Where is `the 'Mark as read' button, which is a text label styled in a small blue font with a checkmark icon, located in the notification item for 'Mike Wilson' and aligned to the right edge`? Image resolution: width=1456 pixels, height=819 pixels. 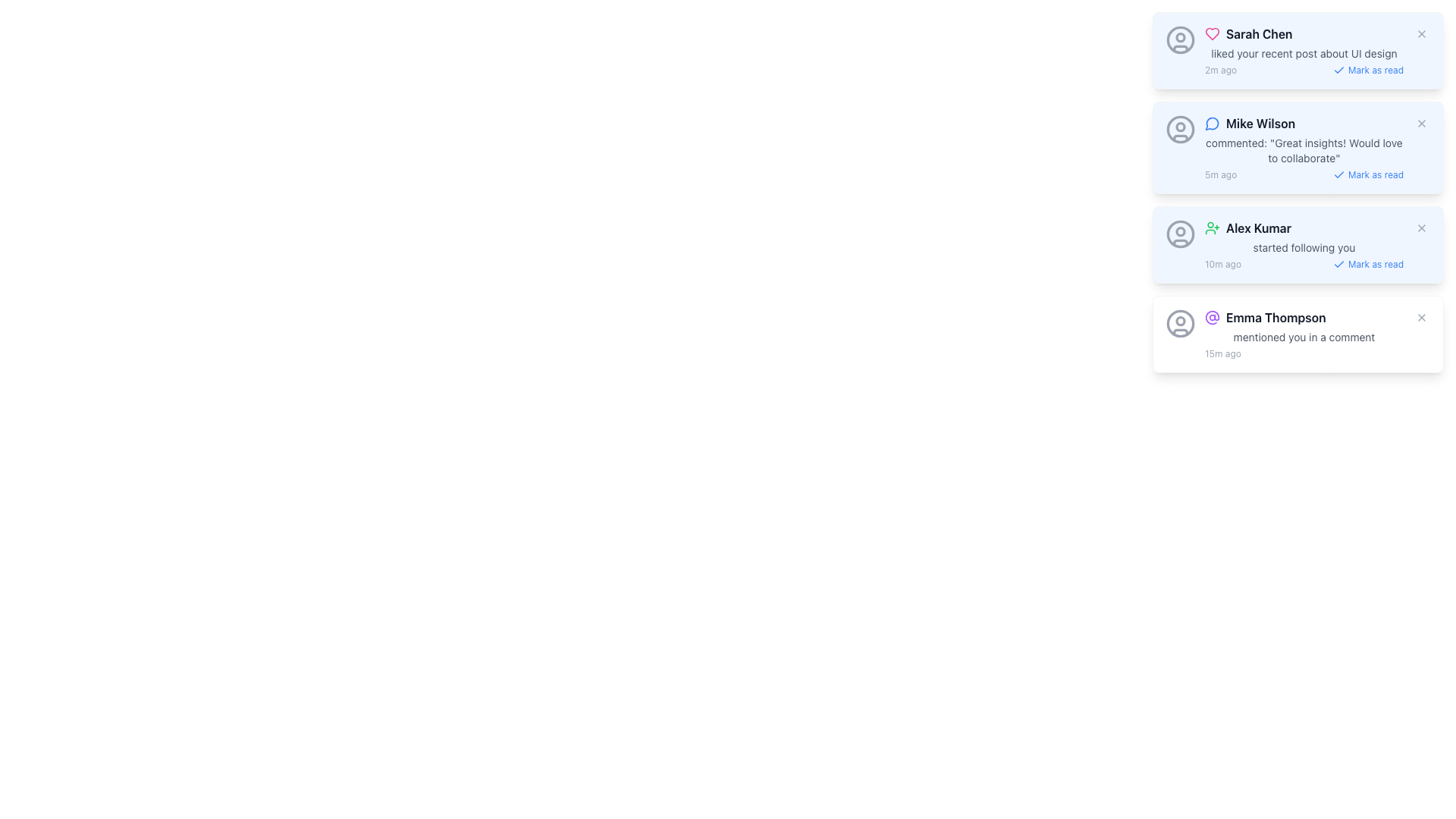
the 'Mark as read' button, which is a text label styled in a small blue font with a checkmark icon, located in the notification item for 'Mike Wilson' and aligned to the right edge is located at coordinates (1368, 174).